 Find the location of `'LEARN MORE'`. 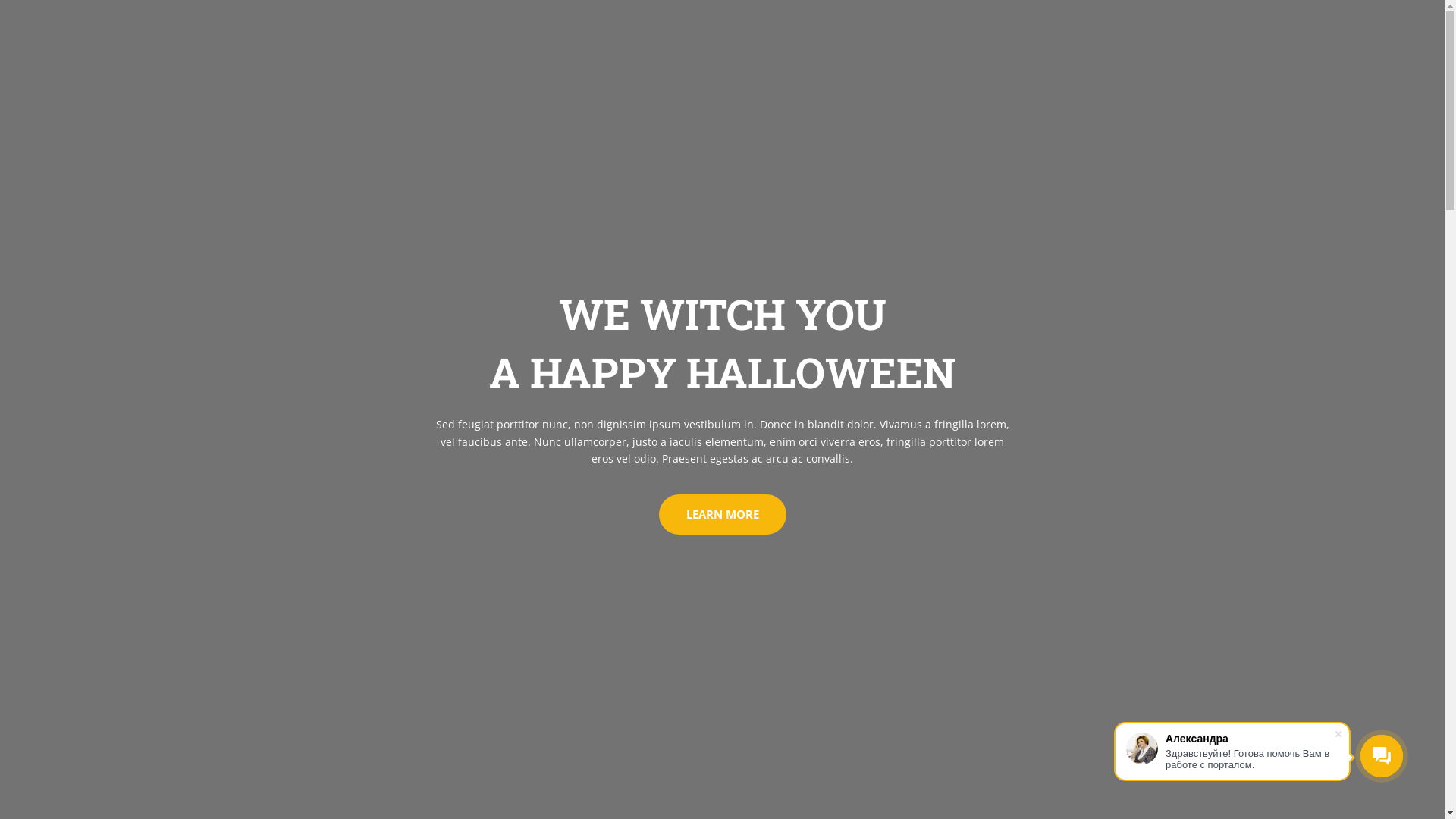

'LEARN MORE' is located at coordinates (720, 513).